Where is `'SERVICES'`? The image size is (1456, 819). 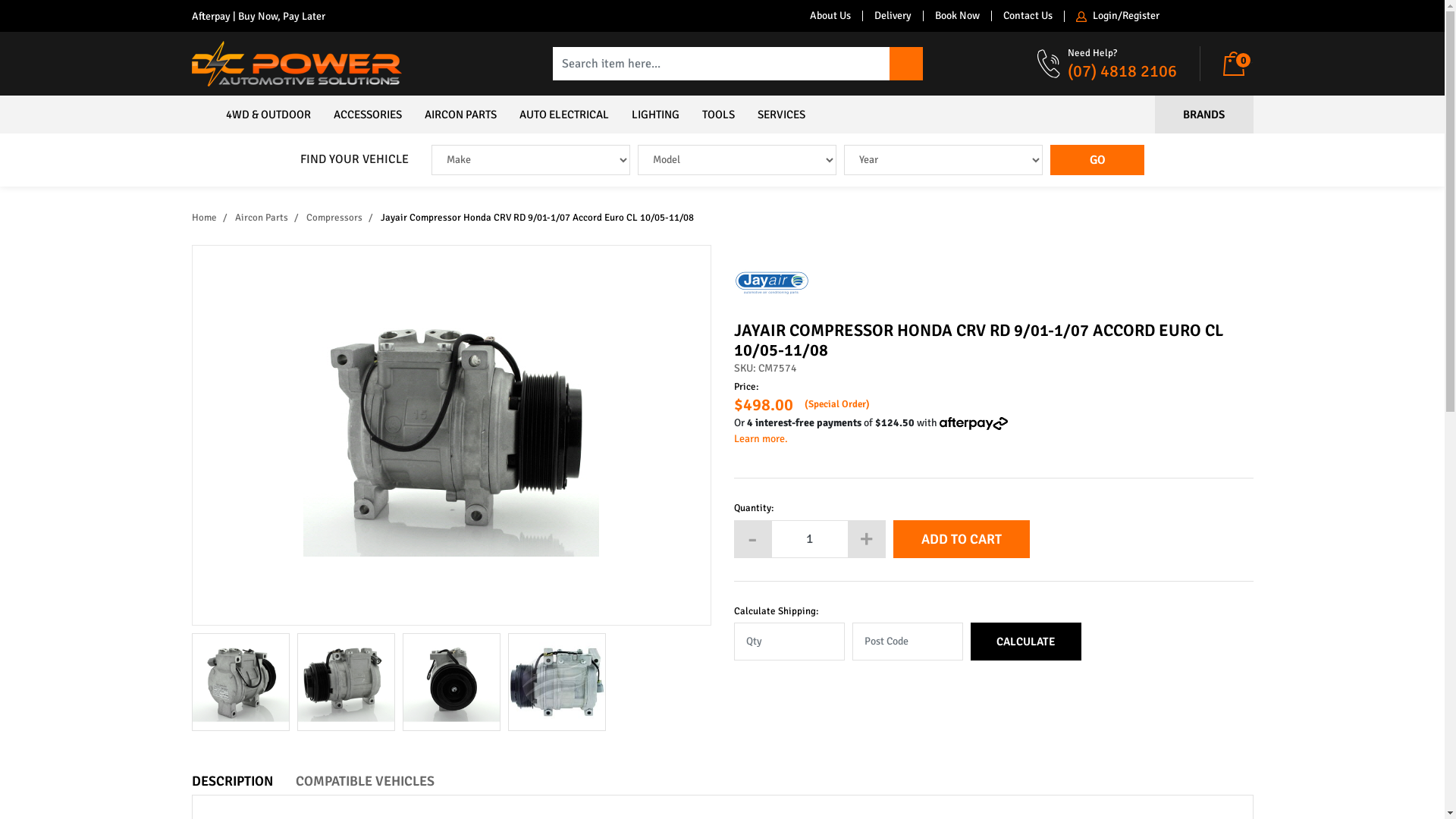 'SERVICES' is located at coordinates (781, 113).